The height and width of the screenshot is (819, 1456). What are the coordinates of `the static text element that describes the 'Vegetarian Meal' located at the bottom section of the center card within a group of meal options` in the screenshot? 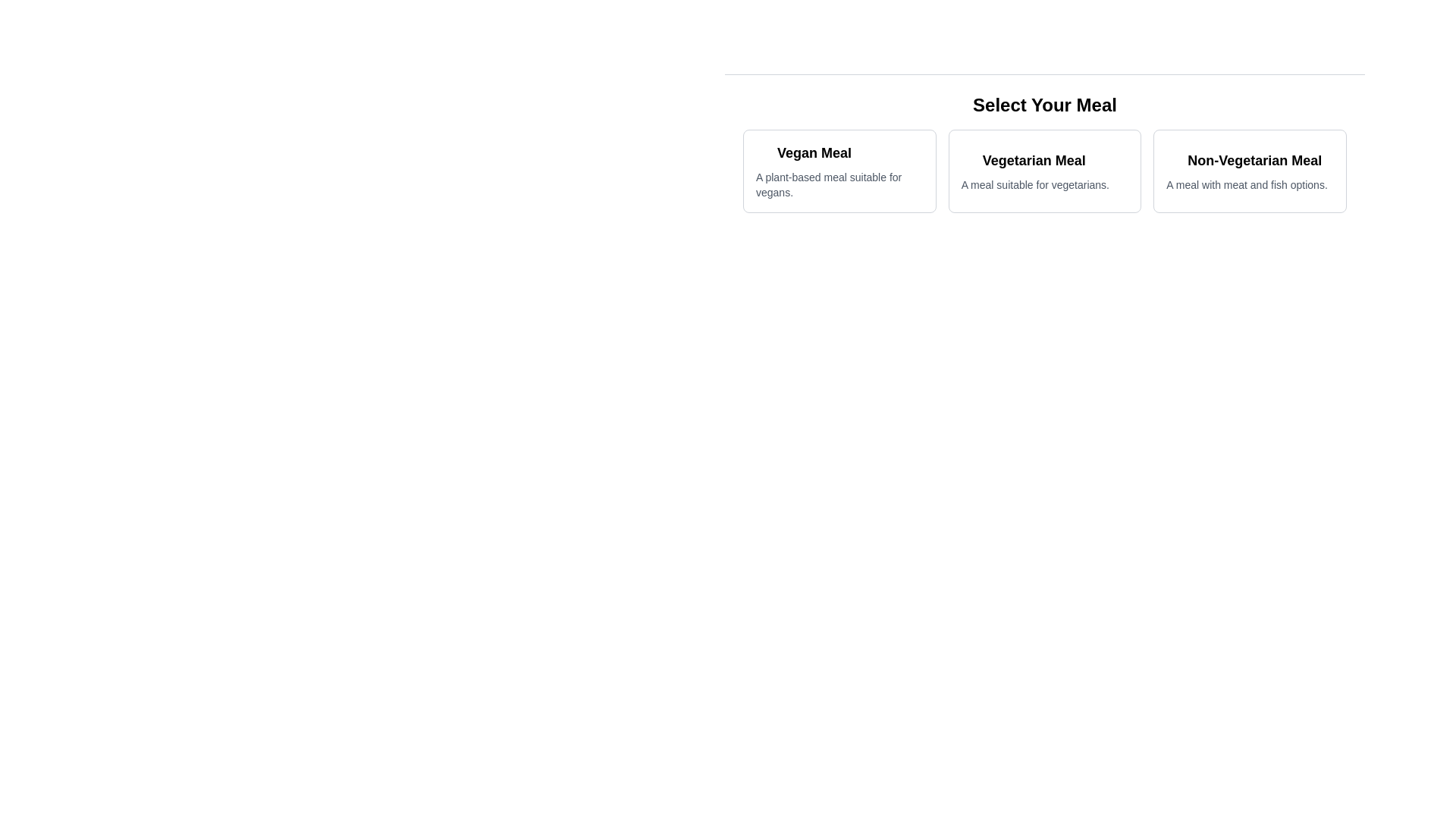 It's located at (1043, 184).